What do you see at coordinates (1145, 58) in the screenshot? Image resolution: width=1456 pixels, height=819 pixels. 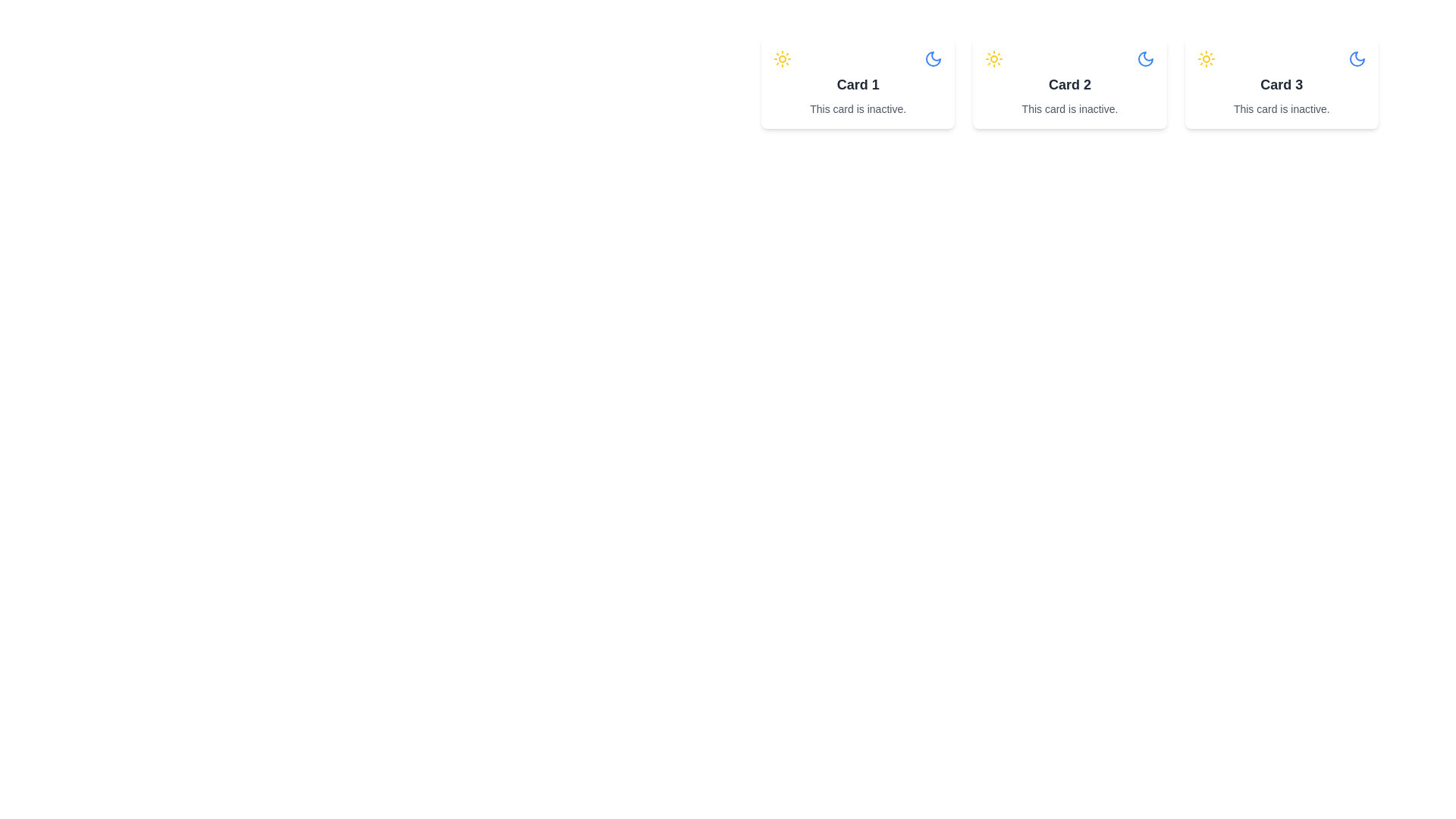 I see `the crescent moon icon representing the night or dark mode feature located at the top right of 'Card 2'` at bounding box center [1145, 58].